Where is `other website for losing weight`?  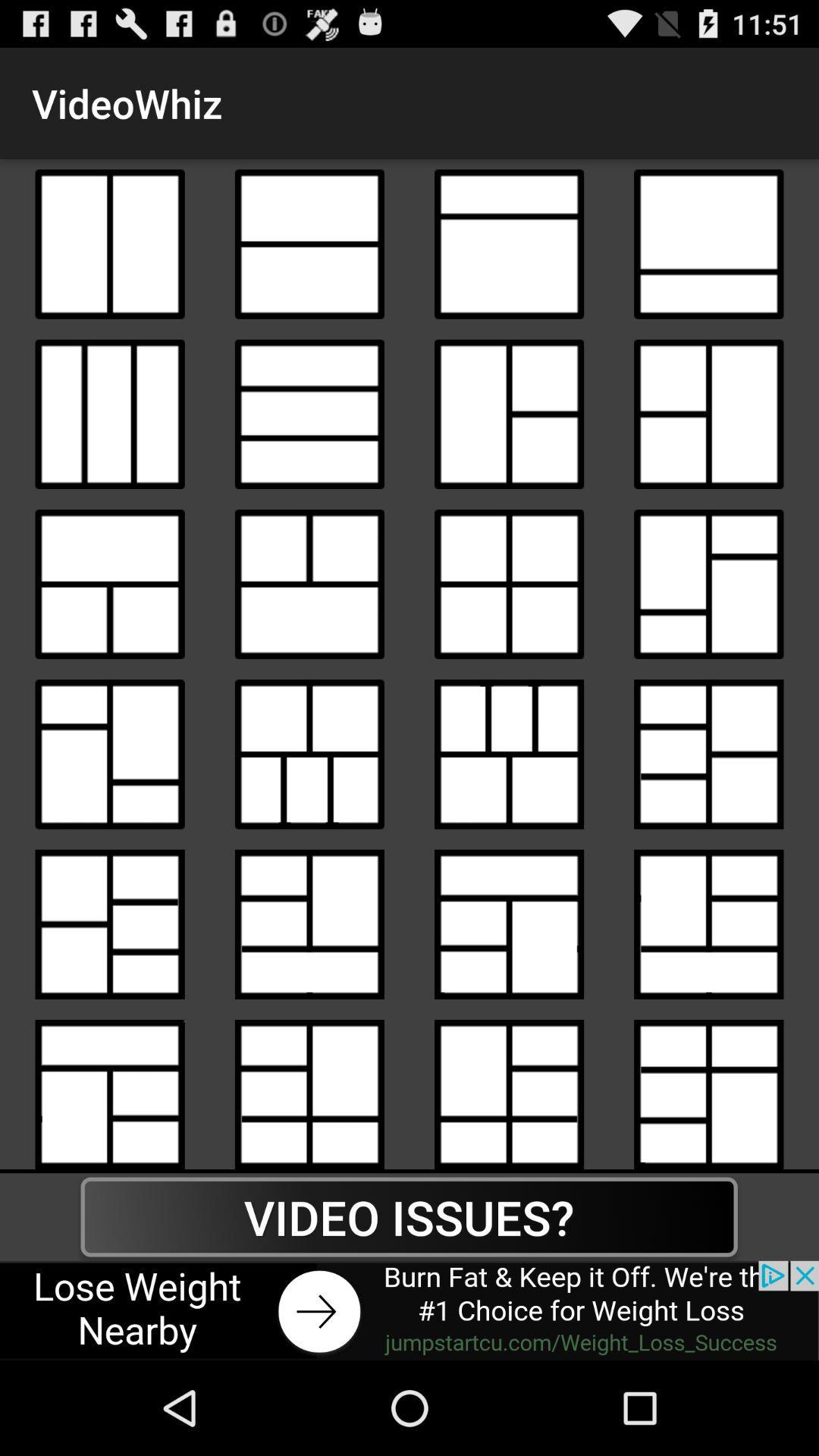
other website for losing weight is located at coordinates (409, 1310).